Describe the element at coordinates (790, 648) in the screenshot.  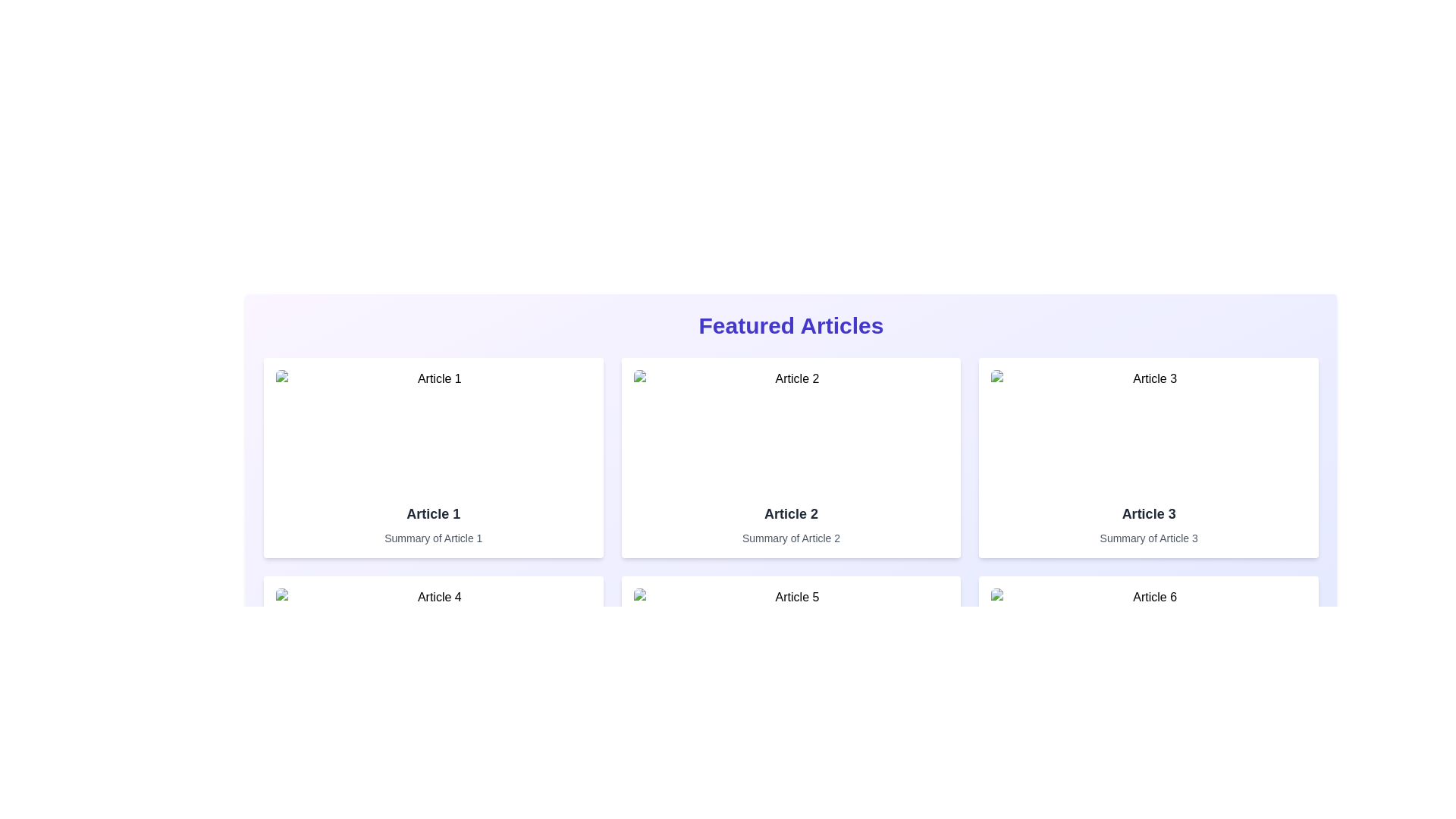
I see `the image with rounded corners and caption 'Article 5' located` at that location.